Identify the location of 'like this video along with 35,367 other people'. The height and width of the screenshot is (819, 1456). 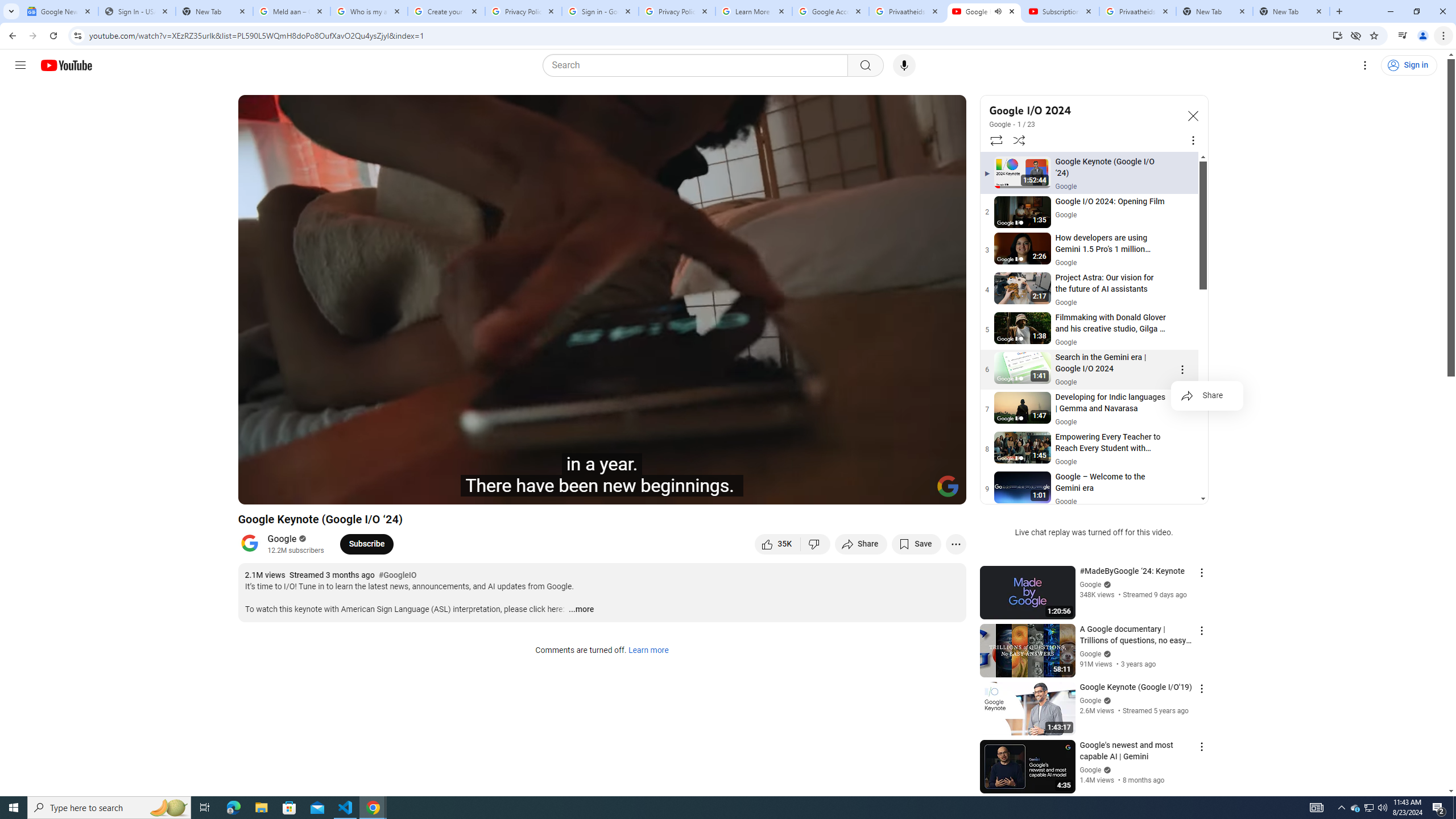
(777, 543).